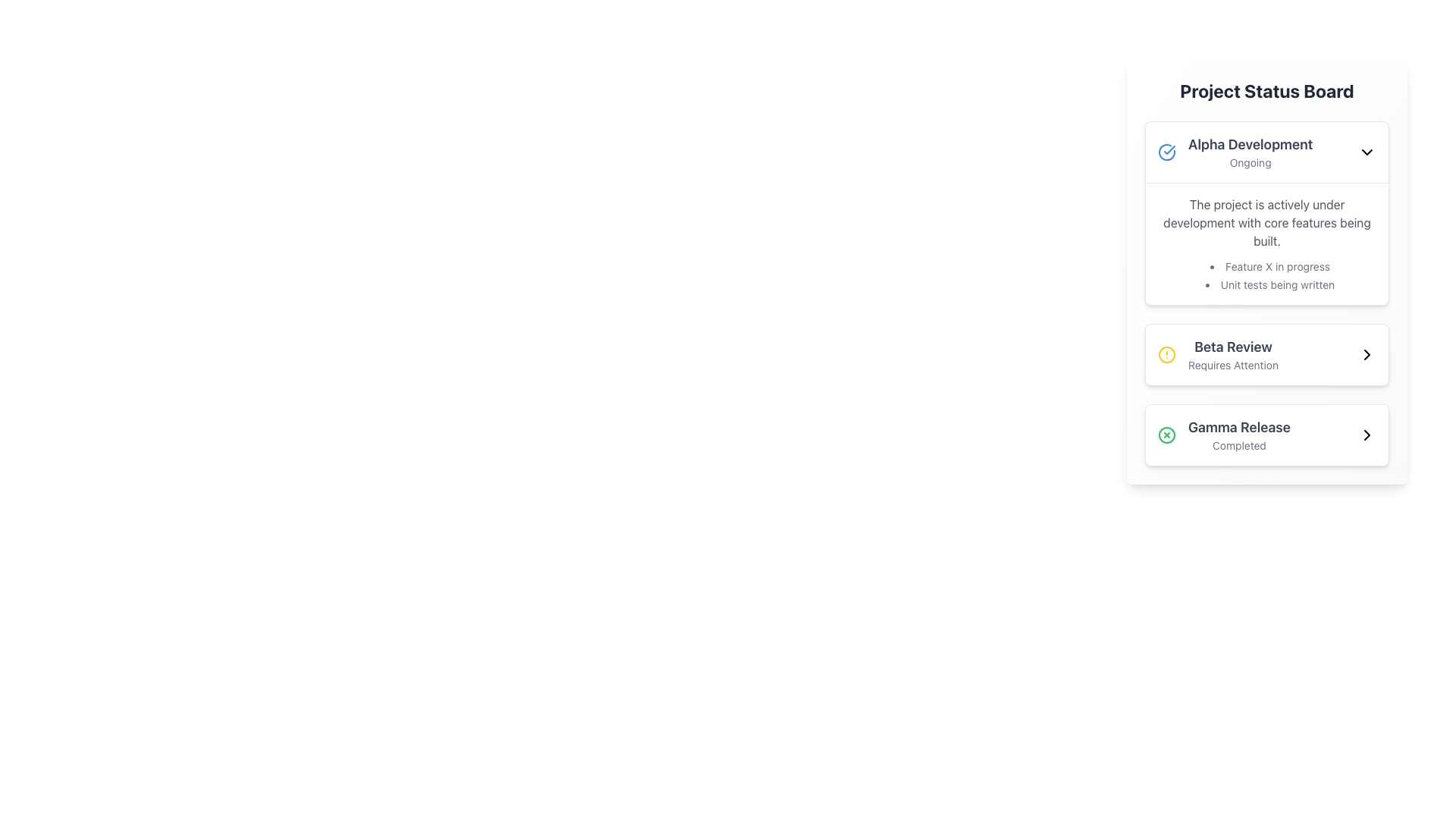 This screenshot has width=1456, height=819. What do you see at coordinates (1239, 435) in the screenshot?
I see `the Text display showing 'Gamma Release' and 'Completed' status information located at the bottom of the 'Project Status Board' section` at bounding box center [1239, 435].